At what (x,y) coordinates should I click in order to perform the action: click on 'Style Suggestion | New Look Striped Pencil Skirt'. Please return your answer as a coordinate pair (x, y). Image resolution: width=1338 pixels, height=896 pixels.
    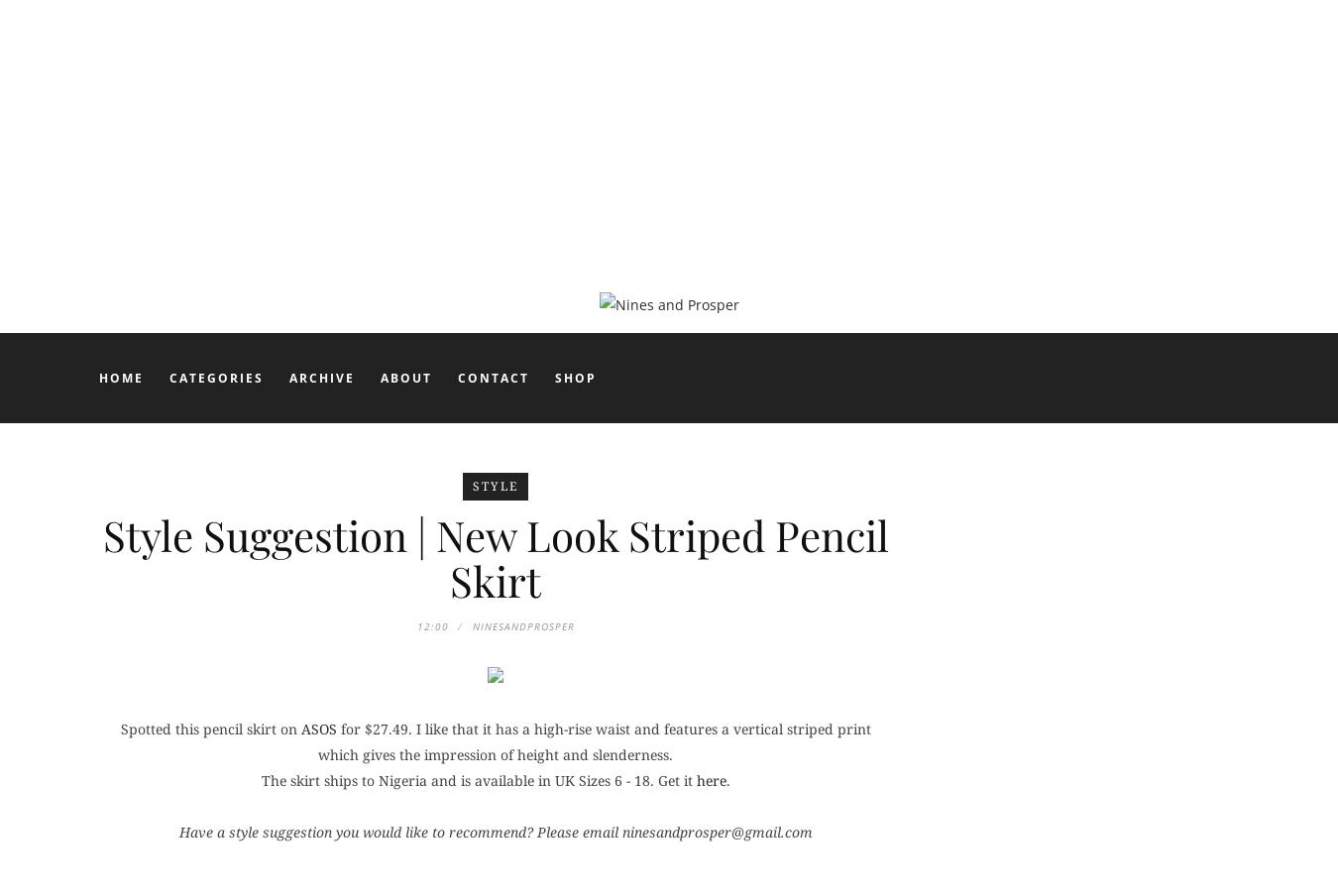
    Looking at the image, I should click on (494, 558).